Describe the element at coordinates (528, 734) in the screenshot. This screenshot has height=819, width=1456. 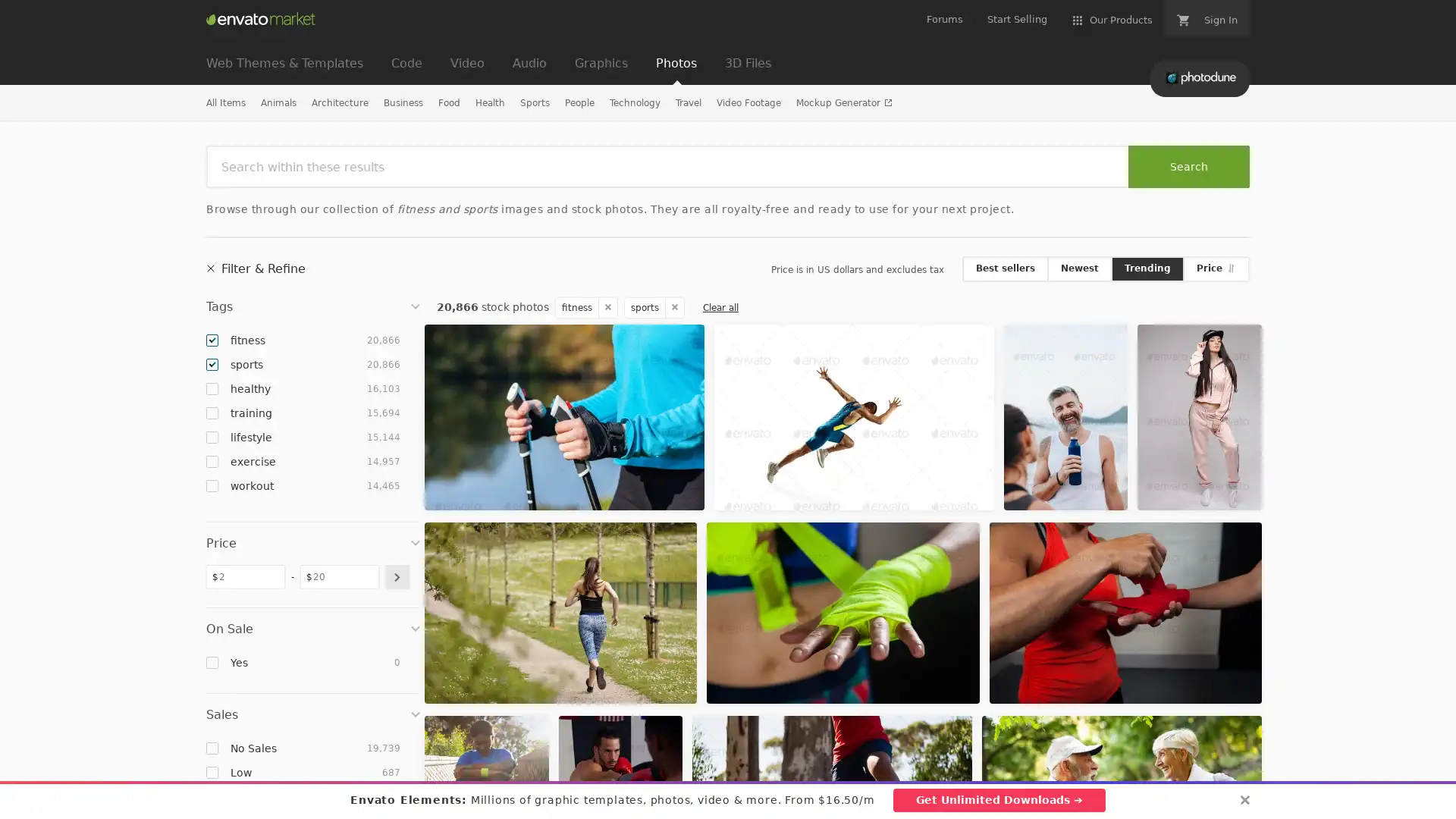
I see `Add to Favorites` at that location.